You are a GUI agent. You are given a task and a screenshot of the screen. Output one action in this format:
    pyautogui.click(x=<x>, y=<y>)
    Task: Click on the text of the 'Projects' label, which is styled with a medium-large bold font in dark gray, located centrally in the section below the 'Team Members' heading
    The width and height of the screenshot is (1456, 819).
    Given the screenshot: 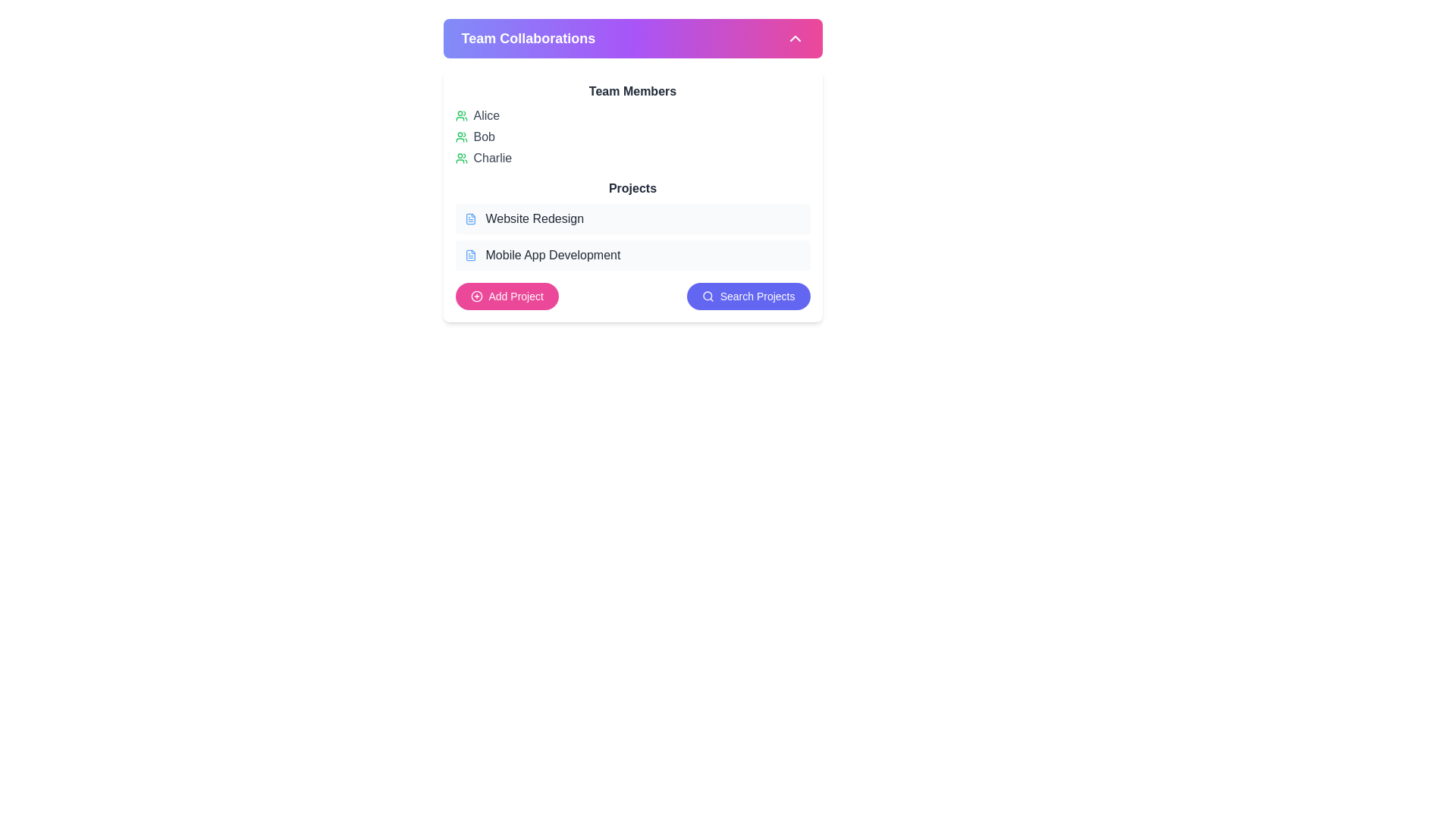 What is the action you would take?
    pyautogui.click(x=632, y=188)
    